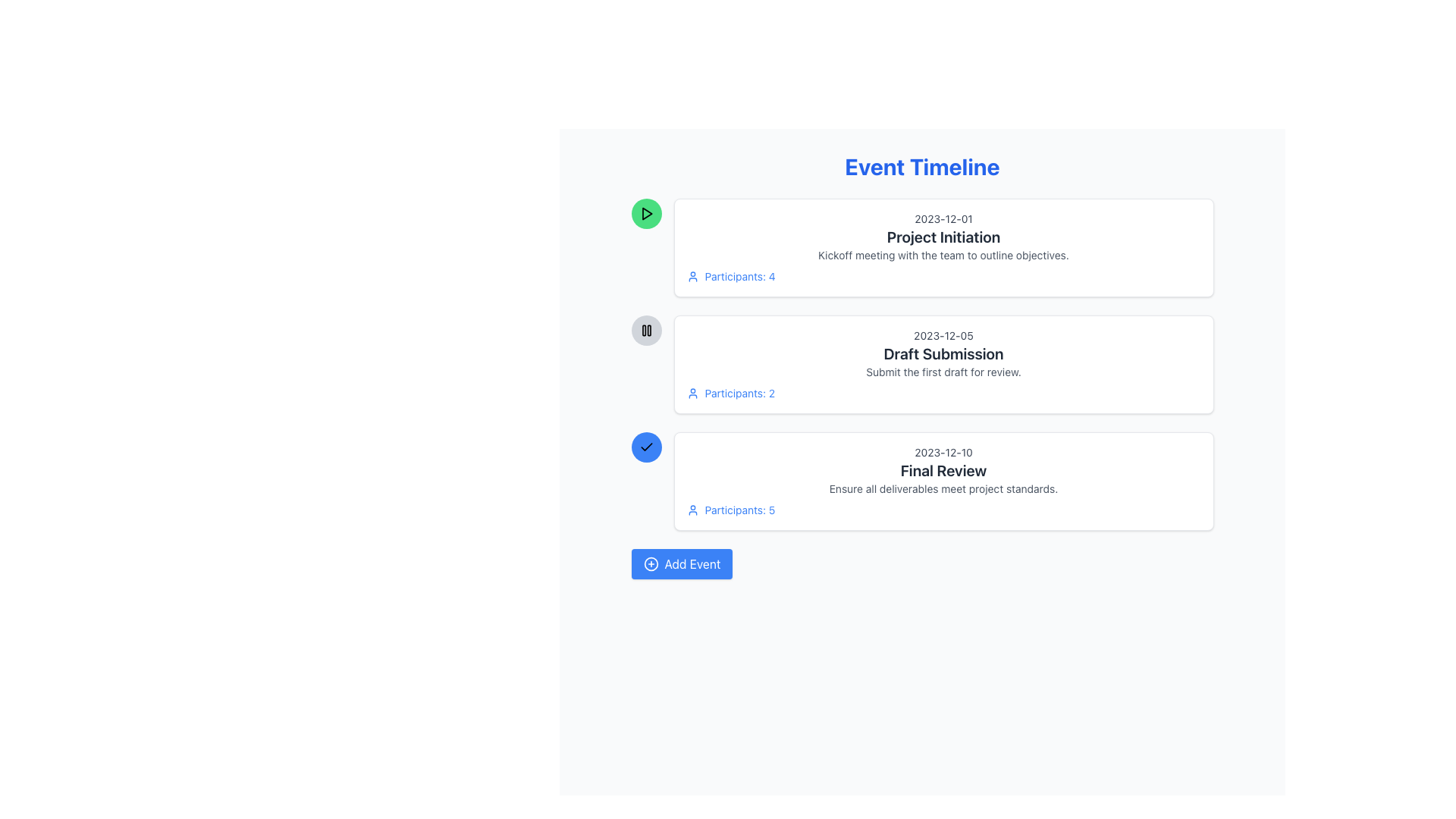 The width and height of the screenshot is (1456, 819). I want to click on the third event entry card, so click(943, 482).